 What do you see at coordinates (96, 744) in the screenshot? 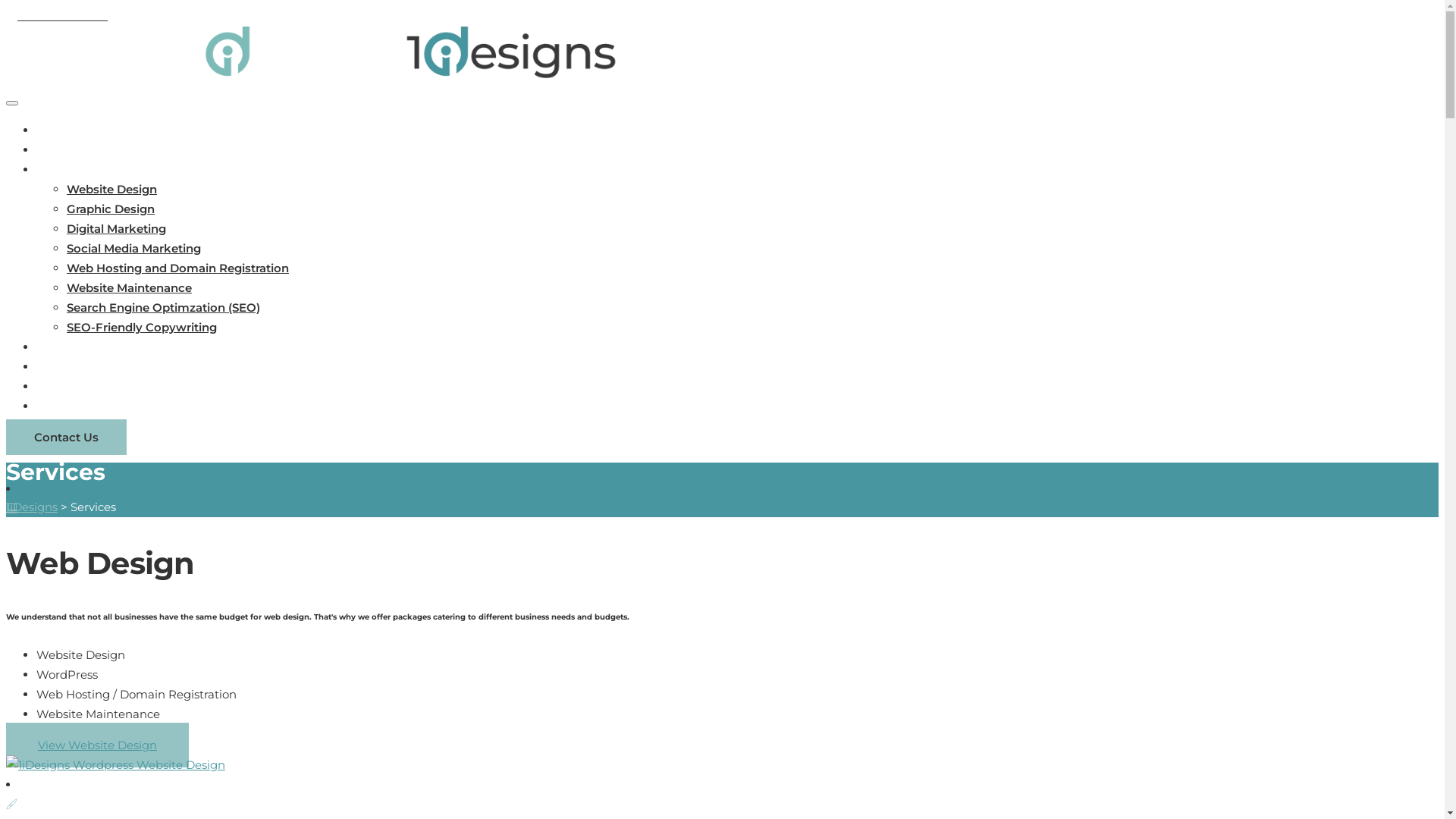
I see `'View Website Design'` at bounding box center [96, 744].